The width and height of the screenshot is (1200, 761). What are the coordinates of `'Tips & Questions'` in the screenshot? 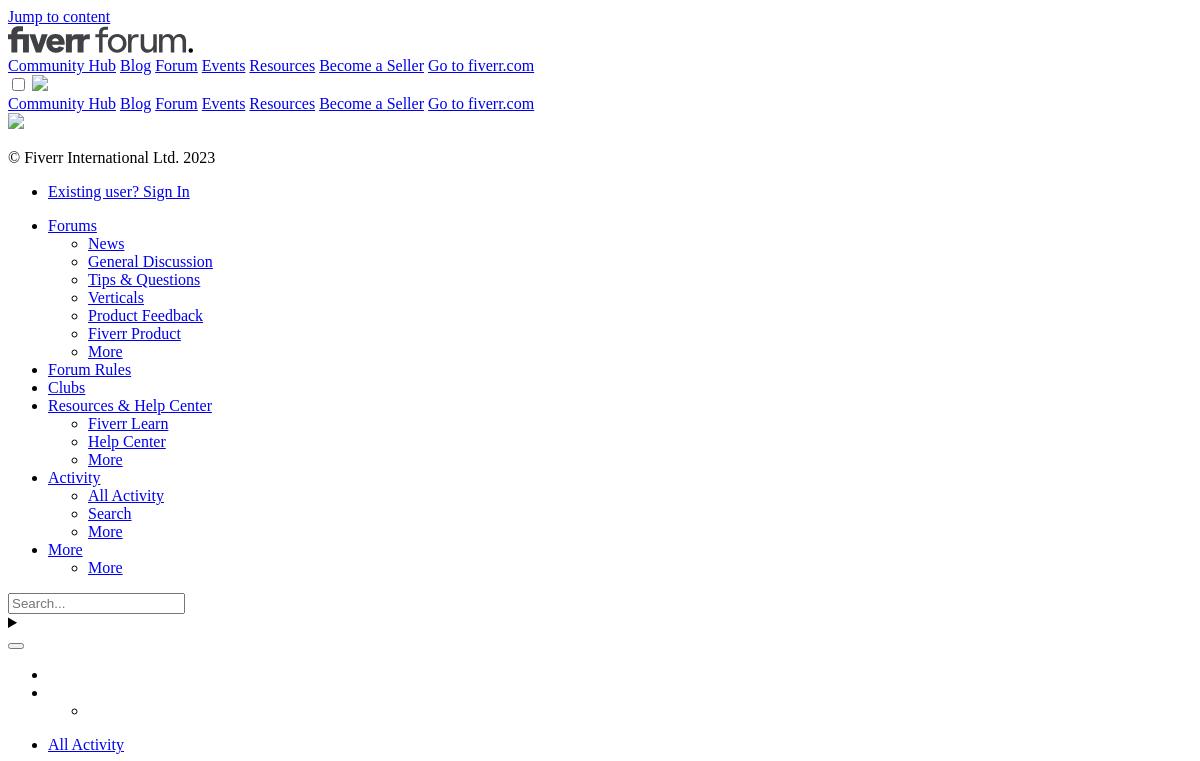 It's located at (144, 279).